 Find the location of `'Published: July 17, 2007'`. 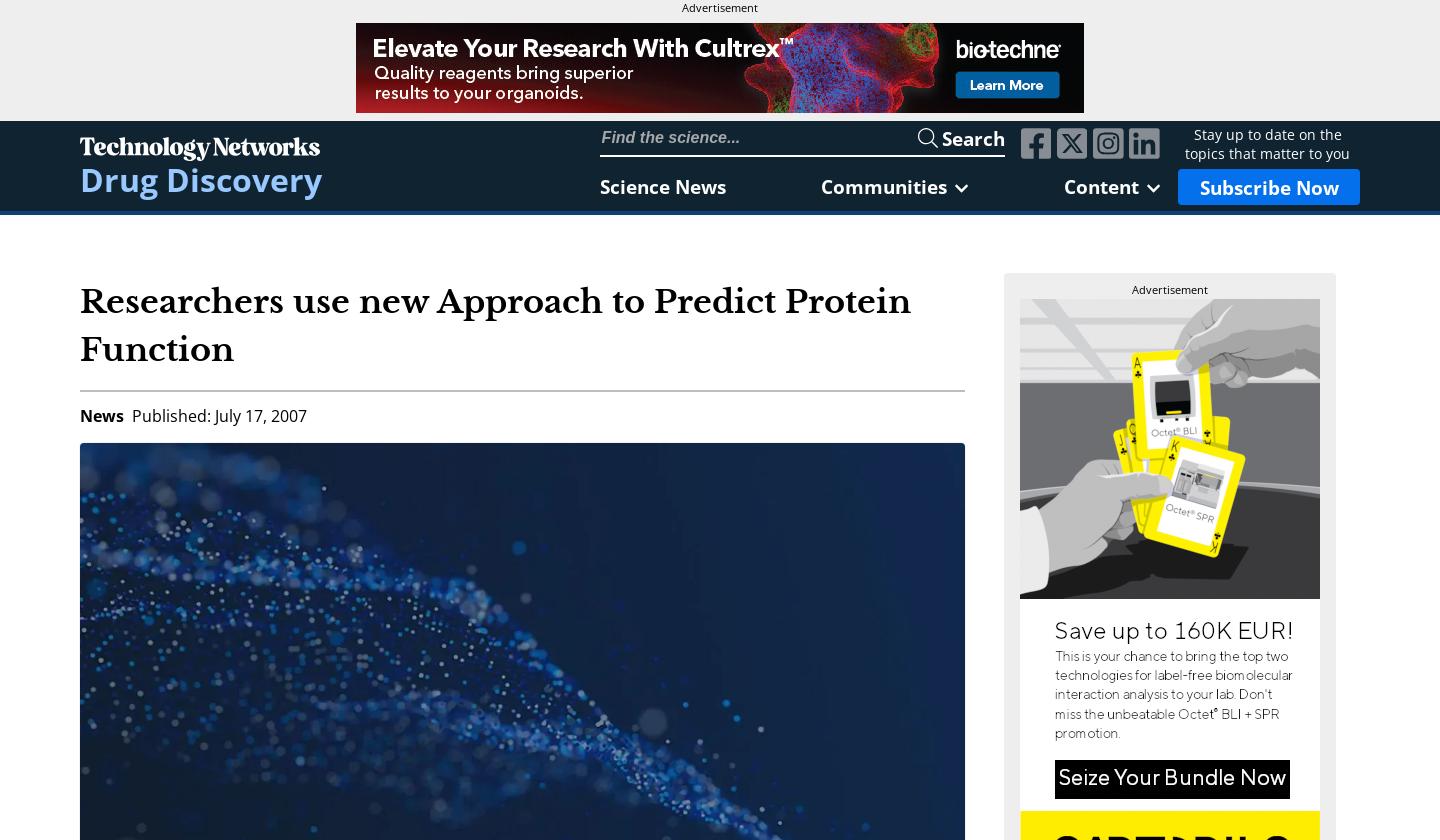

'Published: July 17, 2007' is located at coordinates (219, 415).